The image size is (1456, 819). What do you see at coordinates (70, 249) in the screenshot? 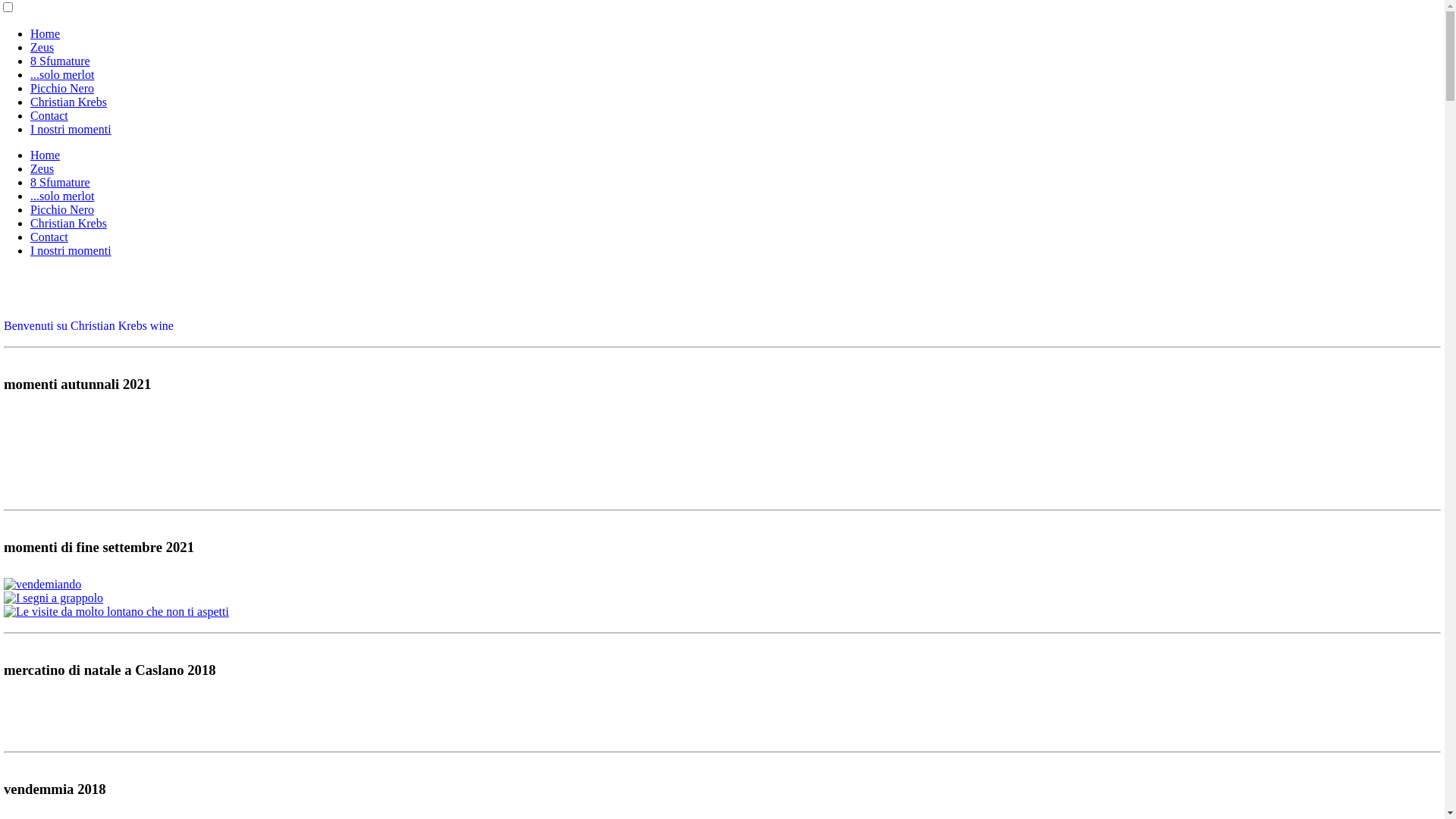
I see `'I nostri momenti'` at bounding box center [70, 249].